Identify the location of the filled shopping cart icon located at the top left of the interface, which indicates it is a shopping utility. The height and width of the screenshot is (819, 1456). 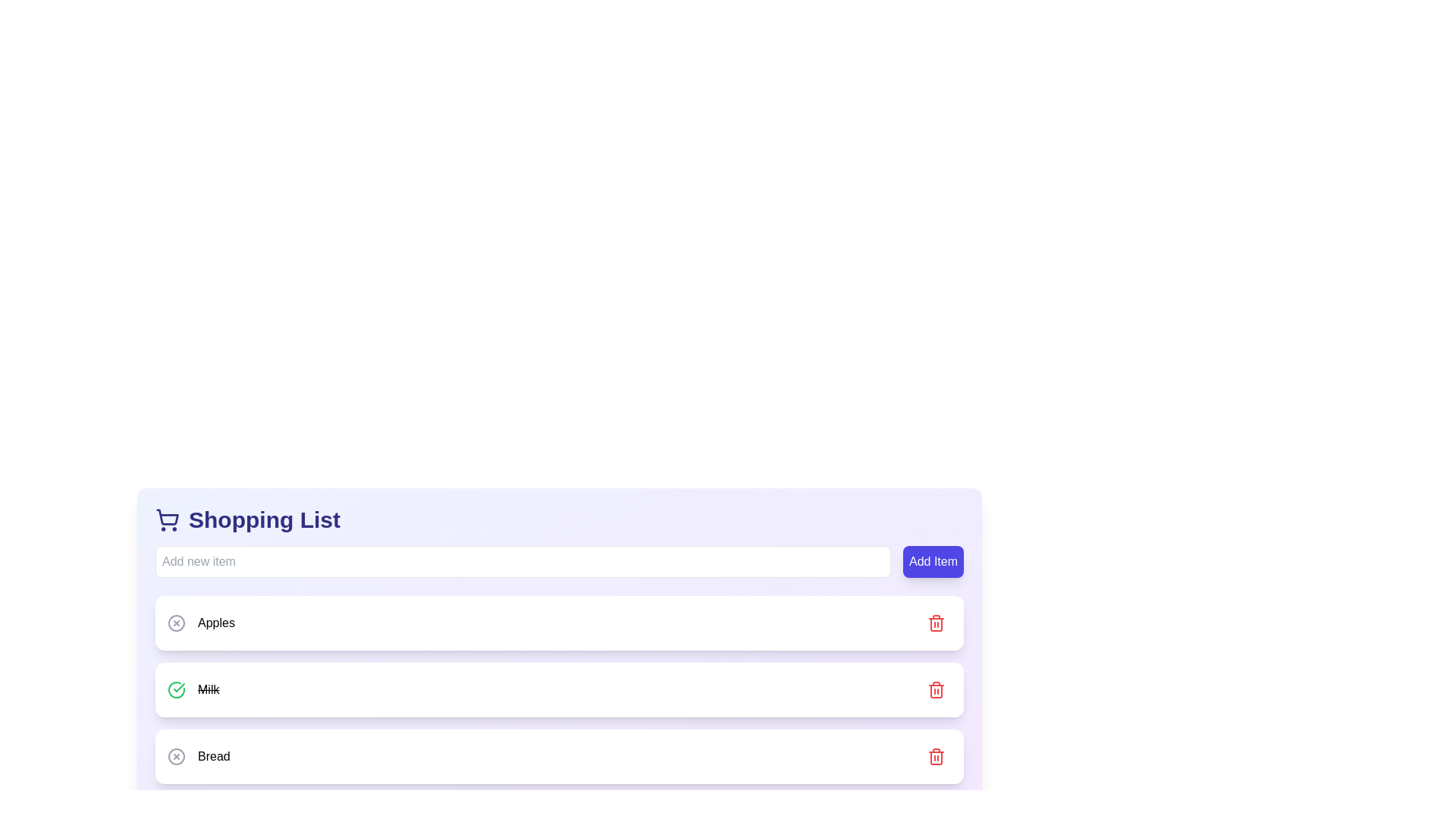
(168, 516).